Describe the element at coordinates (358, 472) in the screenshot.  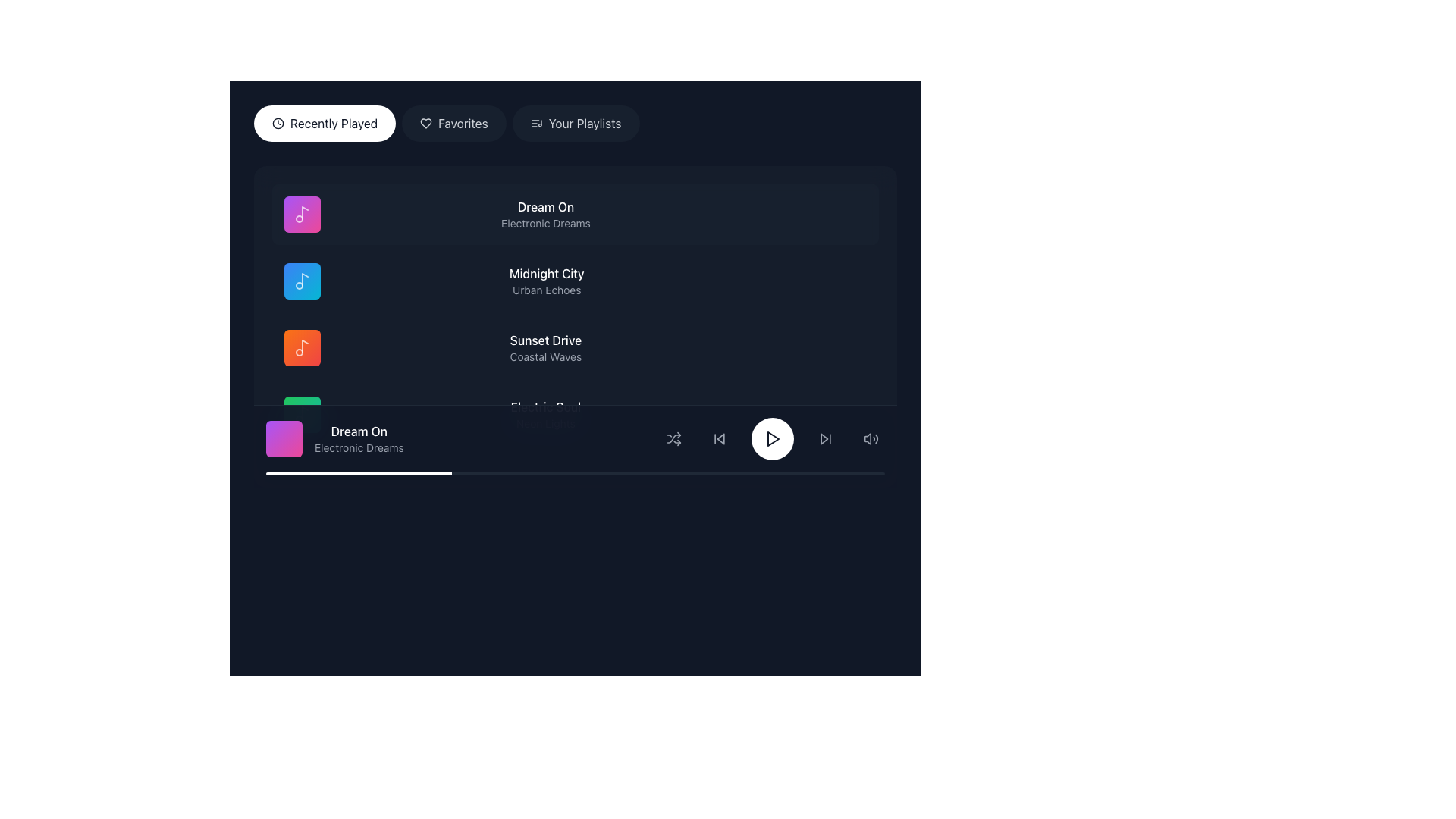
I see `the progress indicator for the music track 'Dream On' by 'Electronic Dreams', located near the bottom of the interface under the track details section` at that location.